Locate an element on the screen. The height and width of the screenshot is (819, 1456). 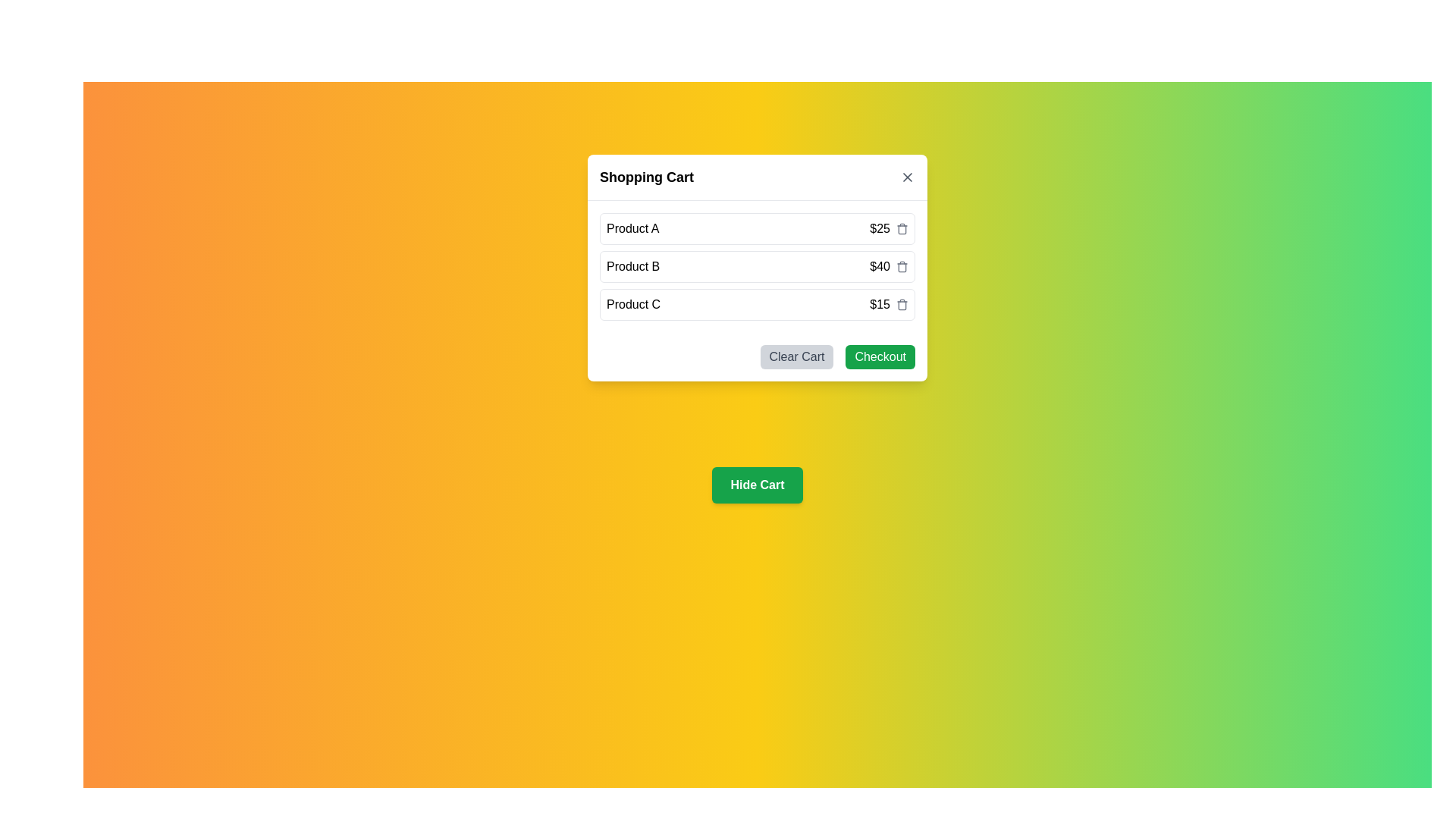
the leftmost button in the pop-up shopping cart interface to clear all items from the cart is located at coordinates (796, 356).